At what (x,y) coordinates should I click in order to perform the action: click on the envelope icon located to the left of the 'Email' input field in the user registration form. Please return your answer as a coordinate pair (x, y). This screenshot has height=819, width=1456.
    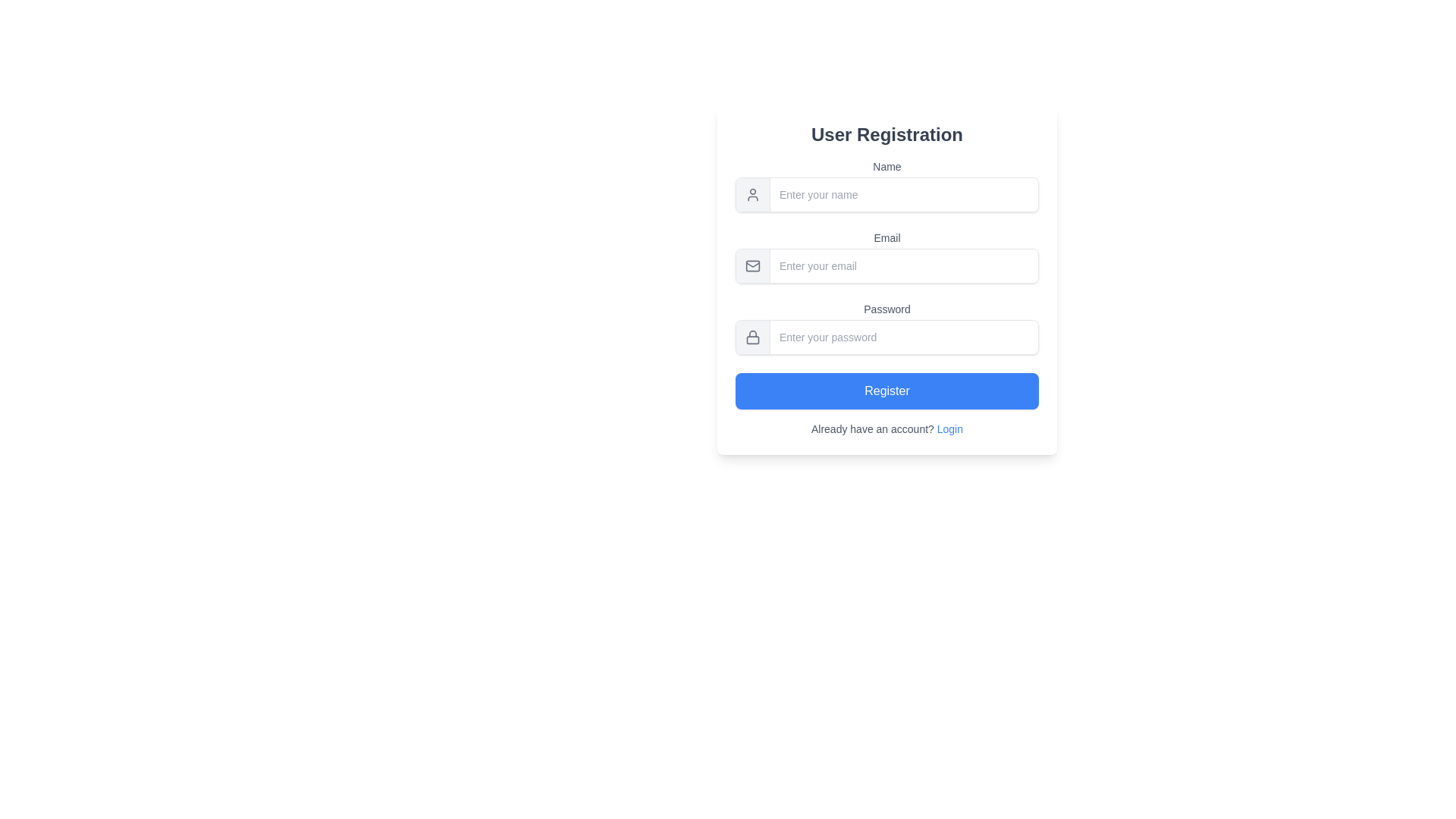
    Looking at the image, I should click on (753, 265).